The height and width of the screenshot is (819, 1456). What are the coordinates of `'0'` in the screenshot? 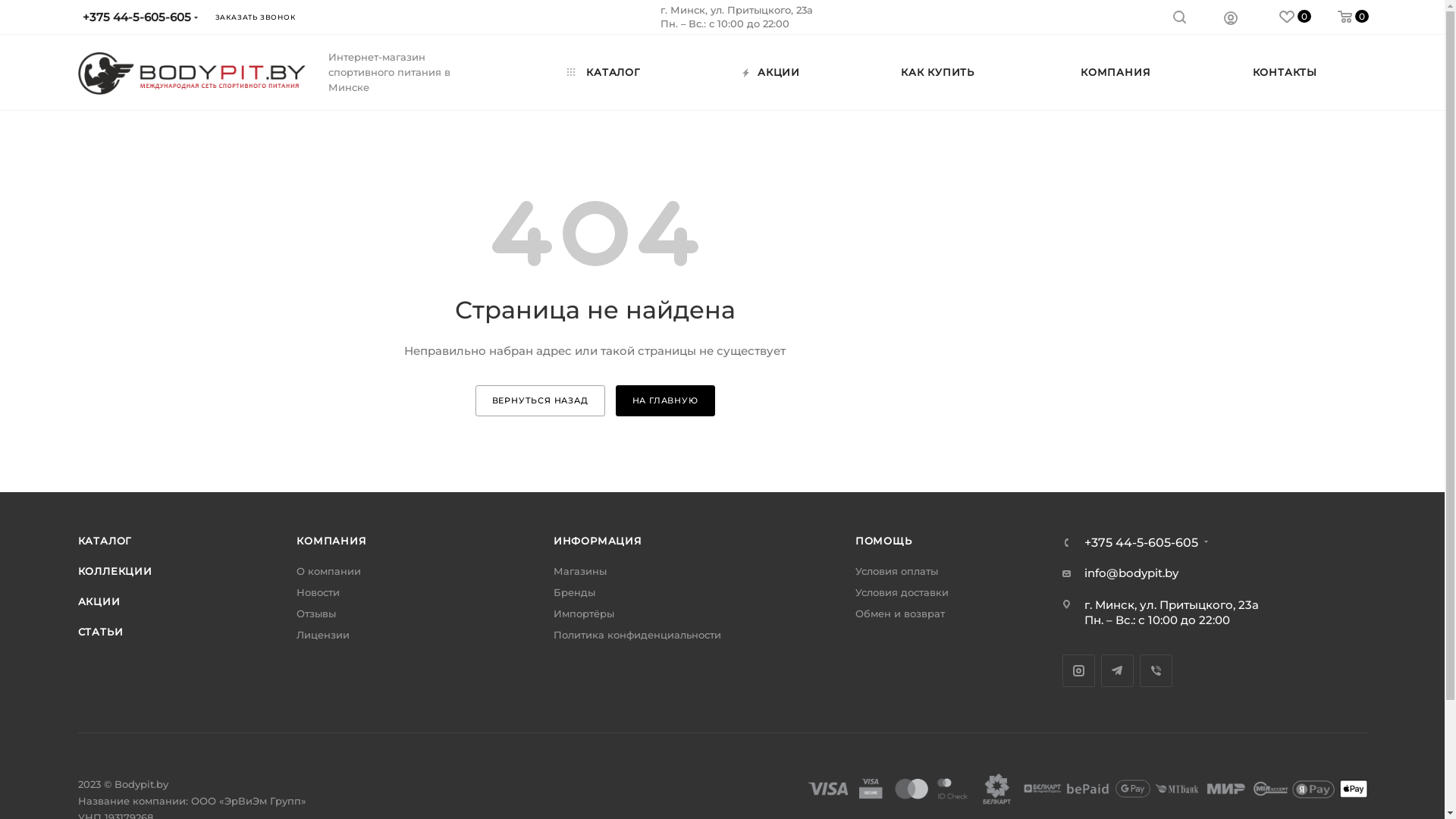 It's located at (1310, 17).